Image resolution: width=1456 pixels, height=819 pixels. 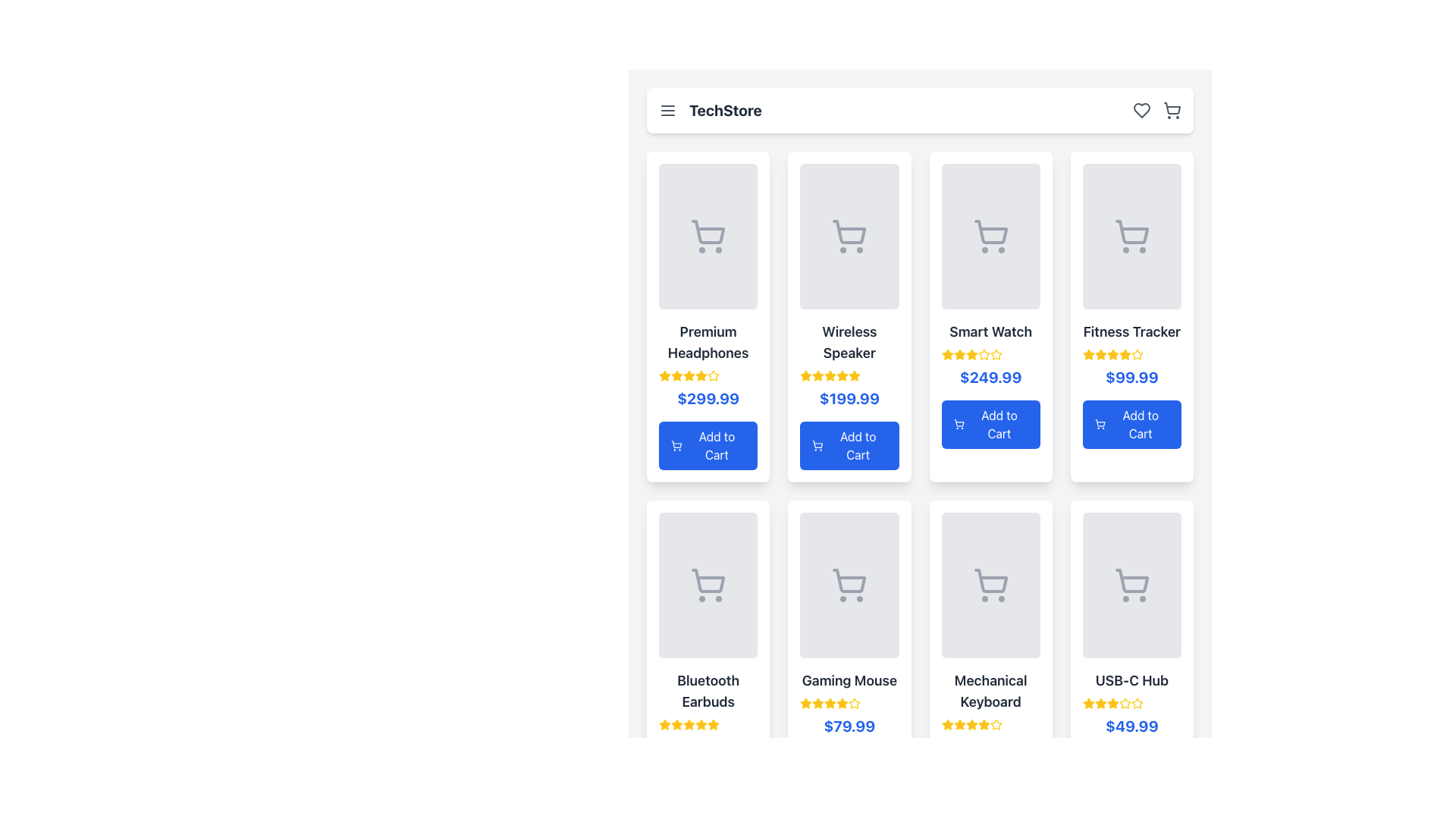 I want to click on the third star icon representing the third rating level for the Bluetooth Earbuds product in the product grid, so click(x=688, y=723).